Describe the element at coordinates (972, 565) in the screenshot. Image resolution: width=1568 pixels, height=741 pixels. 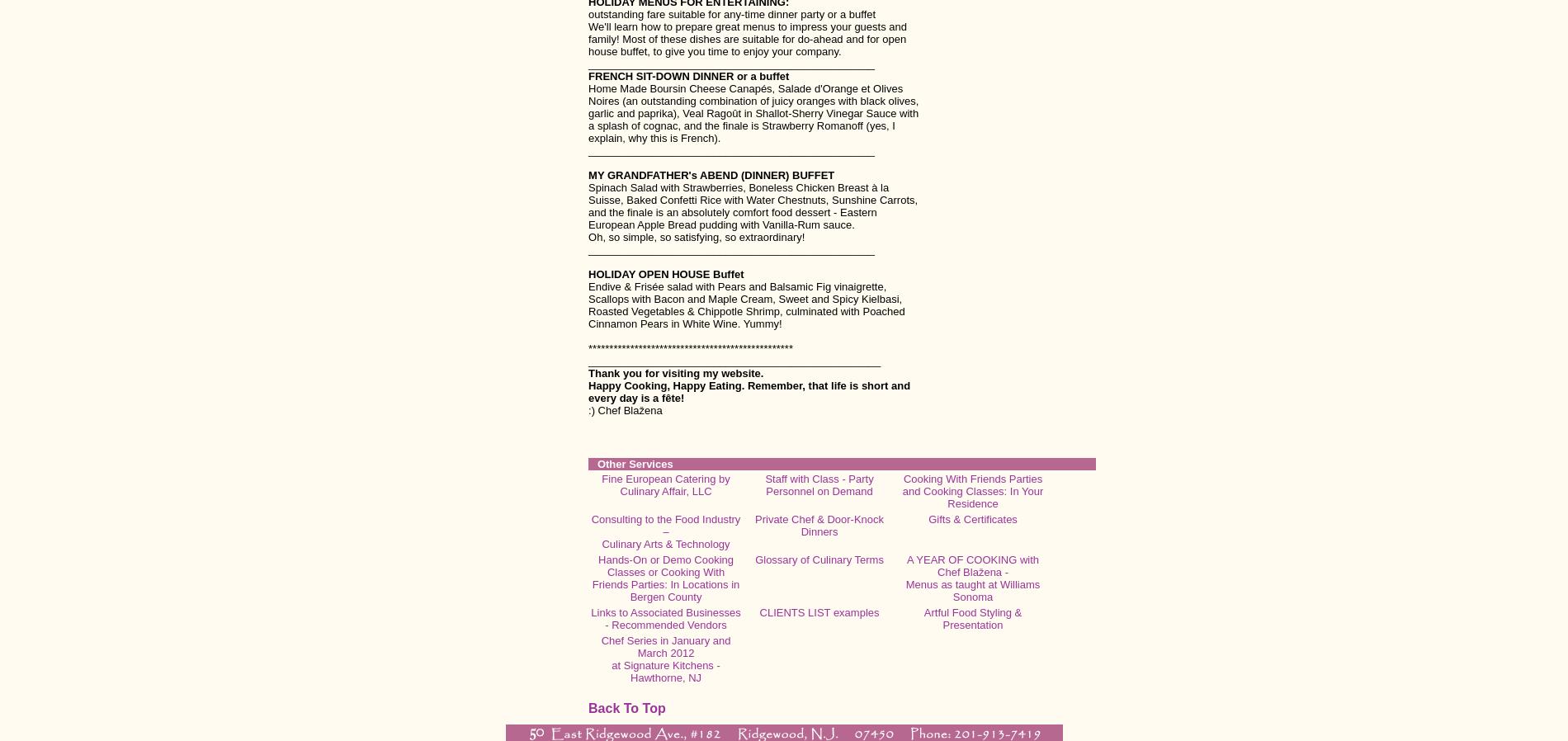
I see `'A YEAR OF COOKING with Chef Blažena -'` at that location.